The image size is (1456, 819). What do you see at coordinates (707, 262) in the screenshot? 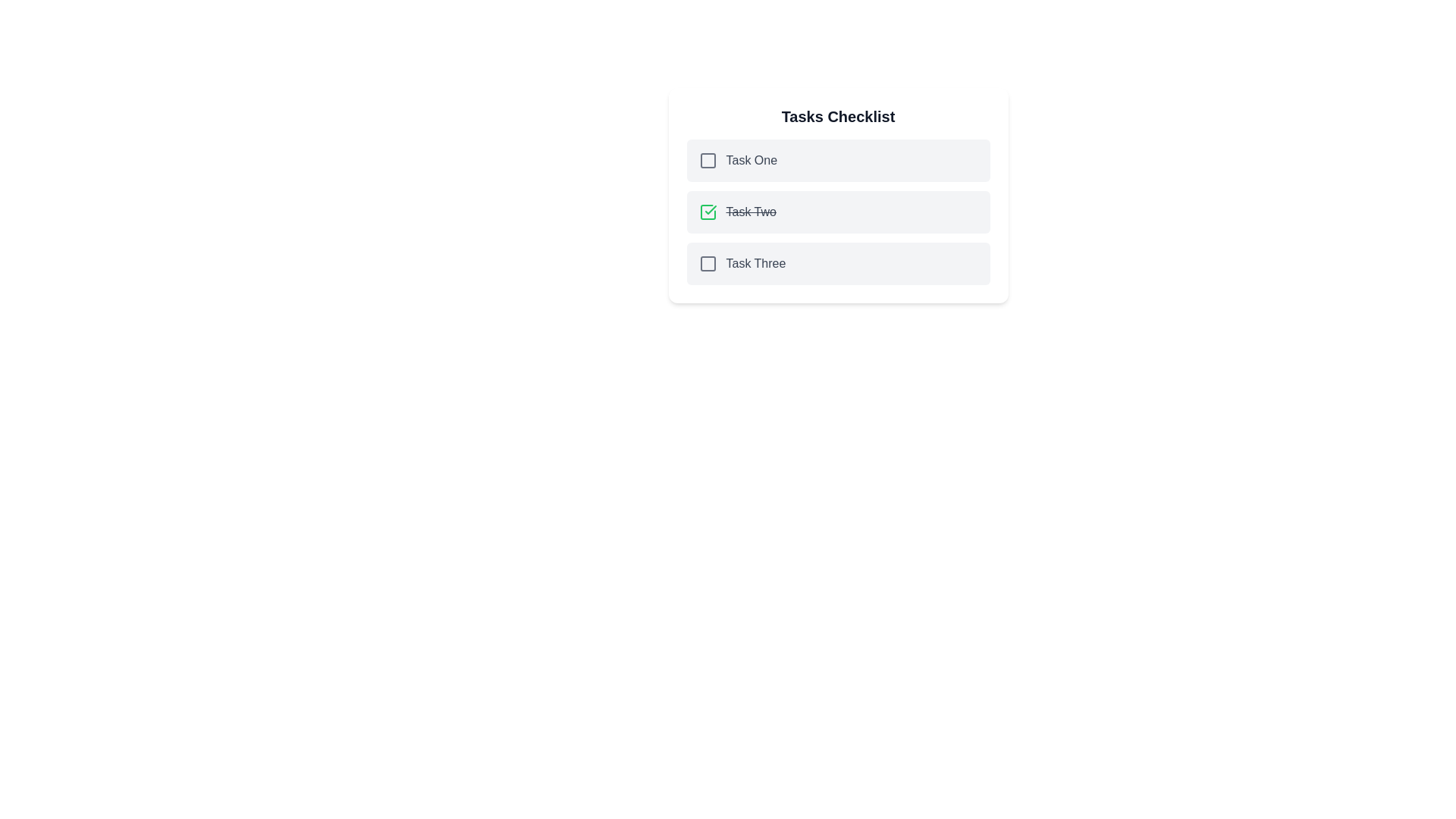
I see `the Square indicator icon that visually indicates the completion or selection state of the third task item in the 'Tasks Checklist' interface, aligned with the text 'Task Three'` at bounding box center [707, 262].